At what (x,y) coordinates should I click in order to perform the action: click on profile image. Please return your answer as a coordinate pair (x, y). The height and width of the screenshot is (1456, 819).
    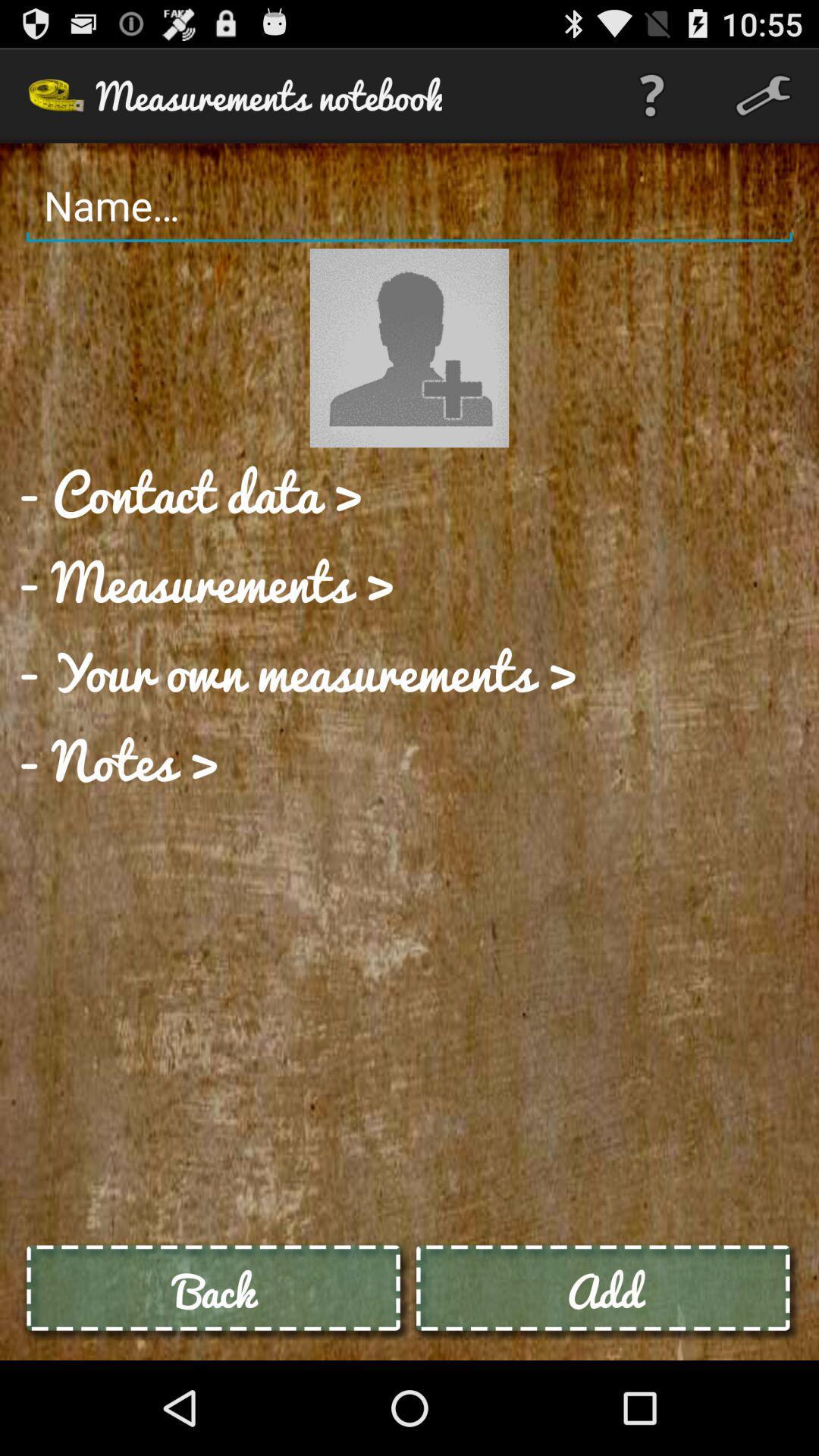
    Looking at the image, I should click on (409, 347).